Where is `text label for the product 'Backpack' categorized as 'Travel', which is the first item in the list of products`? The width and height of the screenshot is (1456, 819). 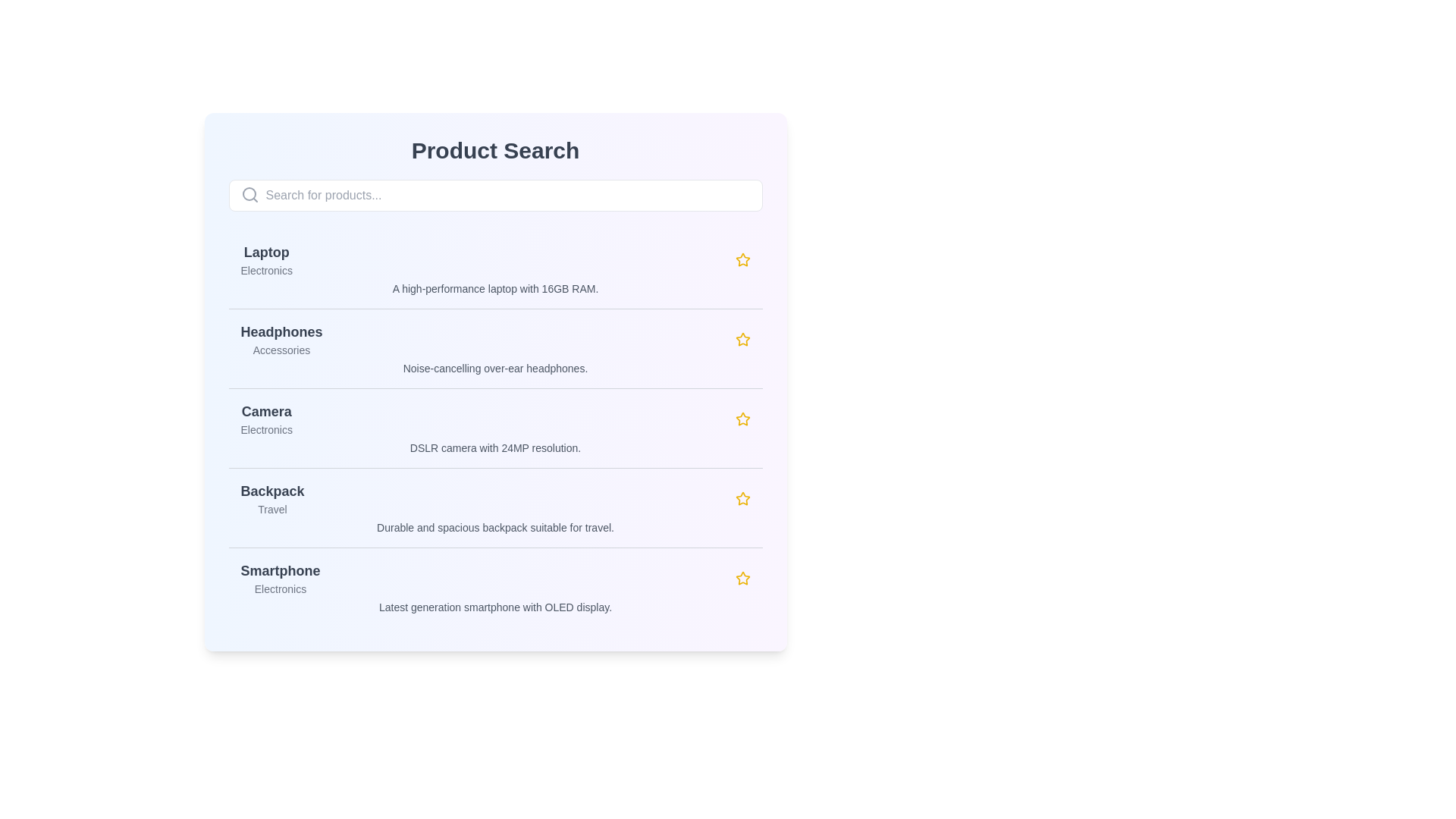
text label for the product 'Backpack' categorized as 'Travel', which is the first item in the list of products is located at coordinates (272, 499).